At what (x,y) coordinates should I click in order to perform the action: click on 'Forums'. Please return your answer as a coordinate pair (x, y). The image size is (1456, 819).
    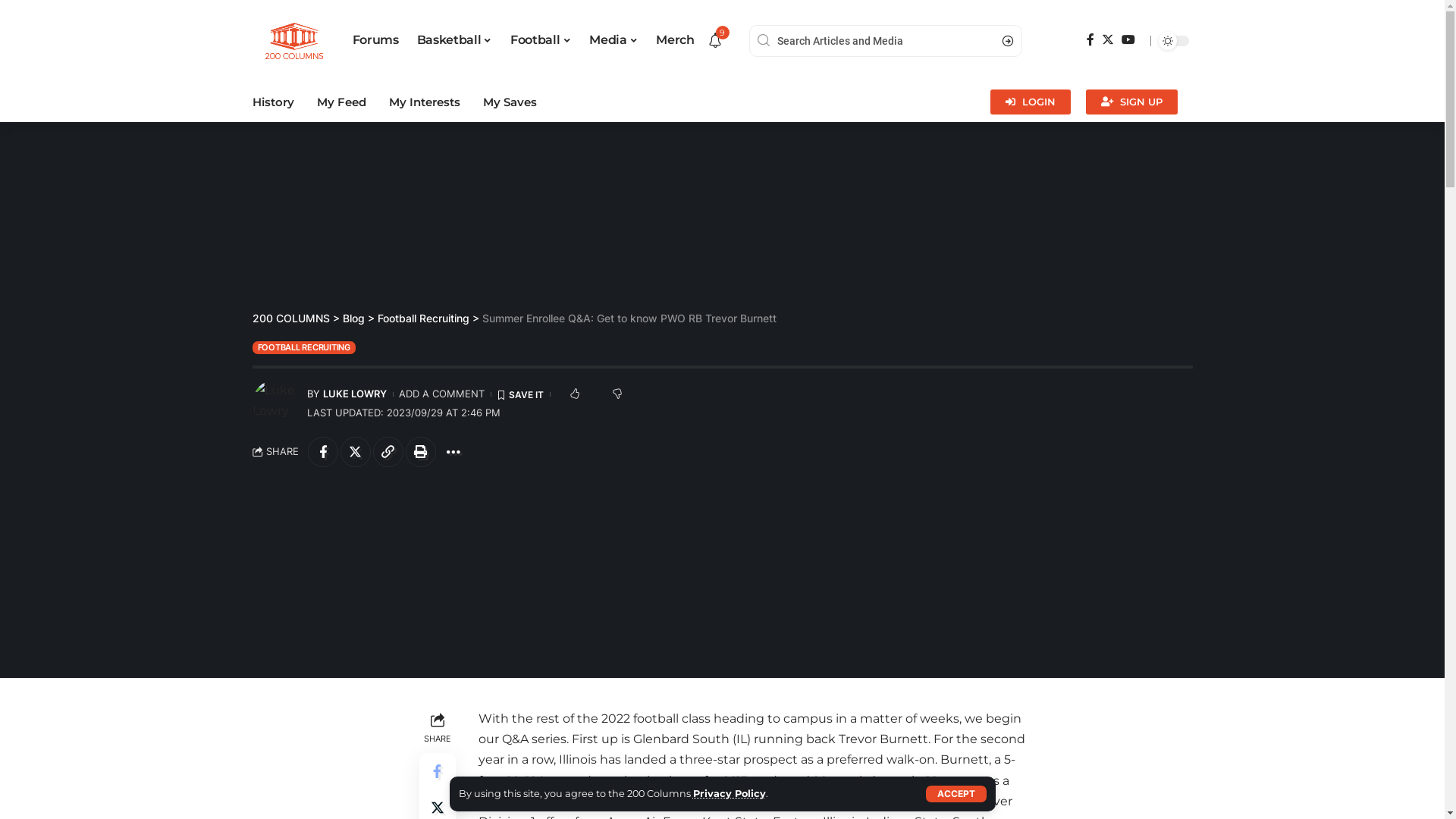
    Looking at the image, I should click on (375, 40).